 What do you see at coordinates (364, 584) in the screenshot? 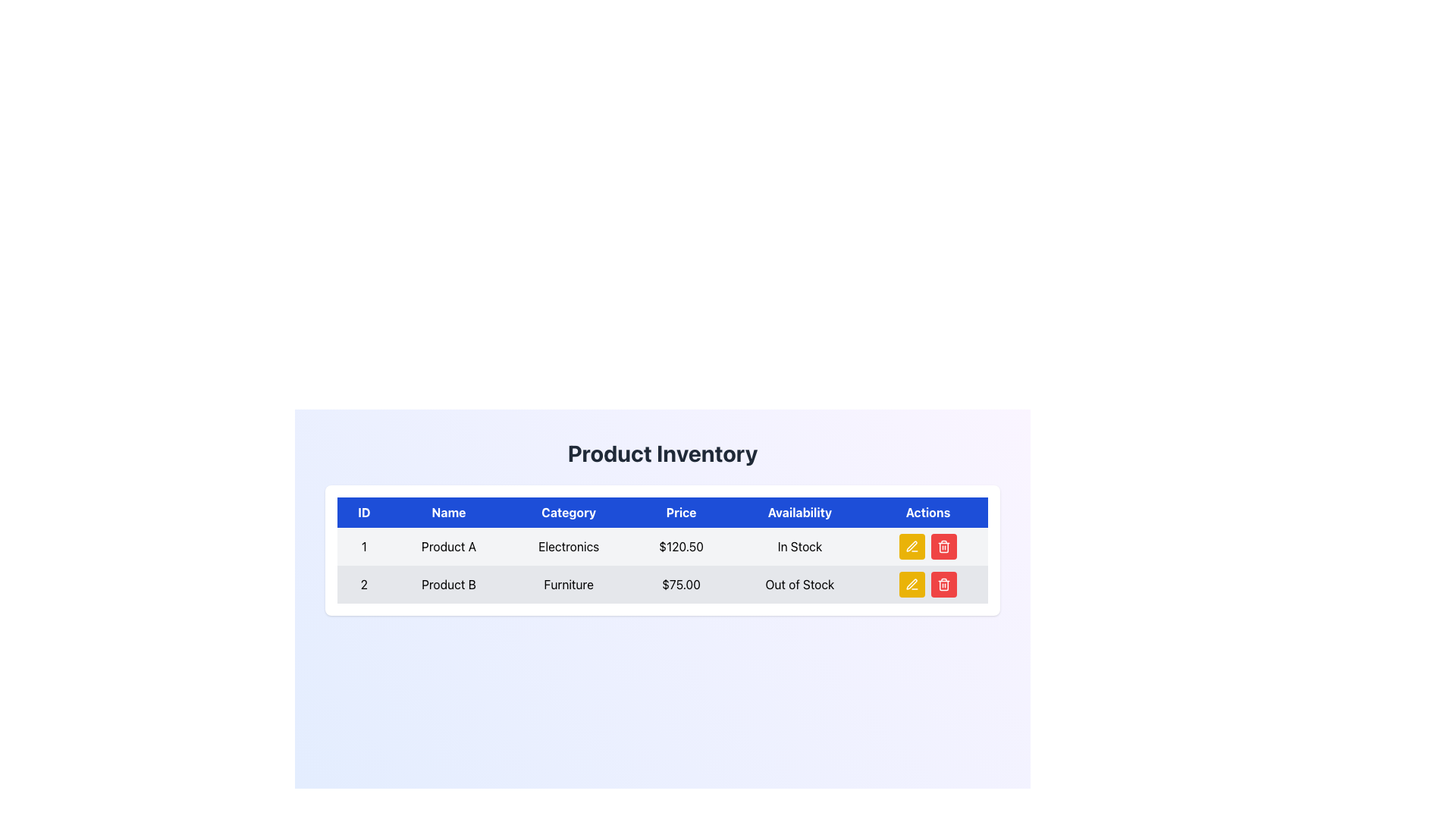
I see `the table cell displaying the text '2', which is located in the first column of the second row under the 'ID' column` at bounding box center [364, 584].